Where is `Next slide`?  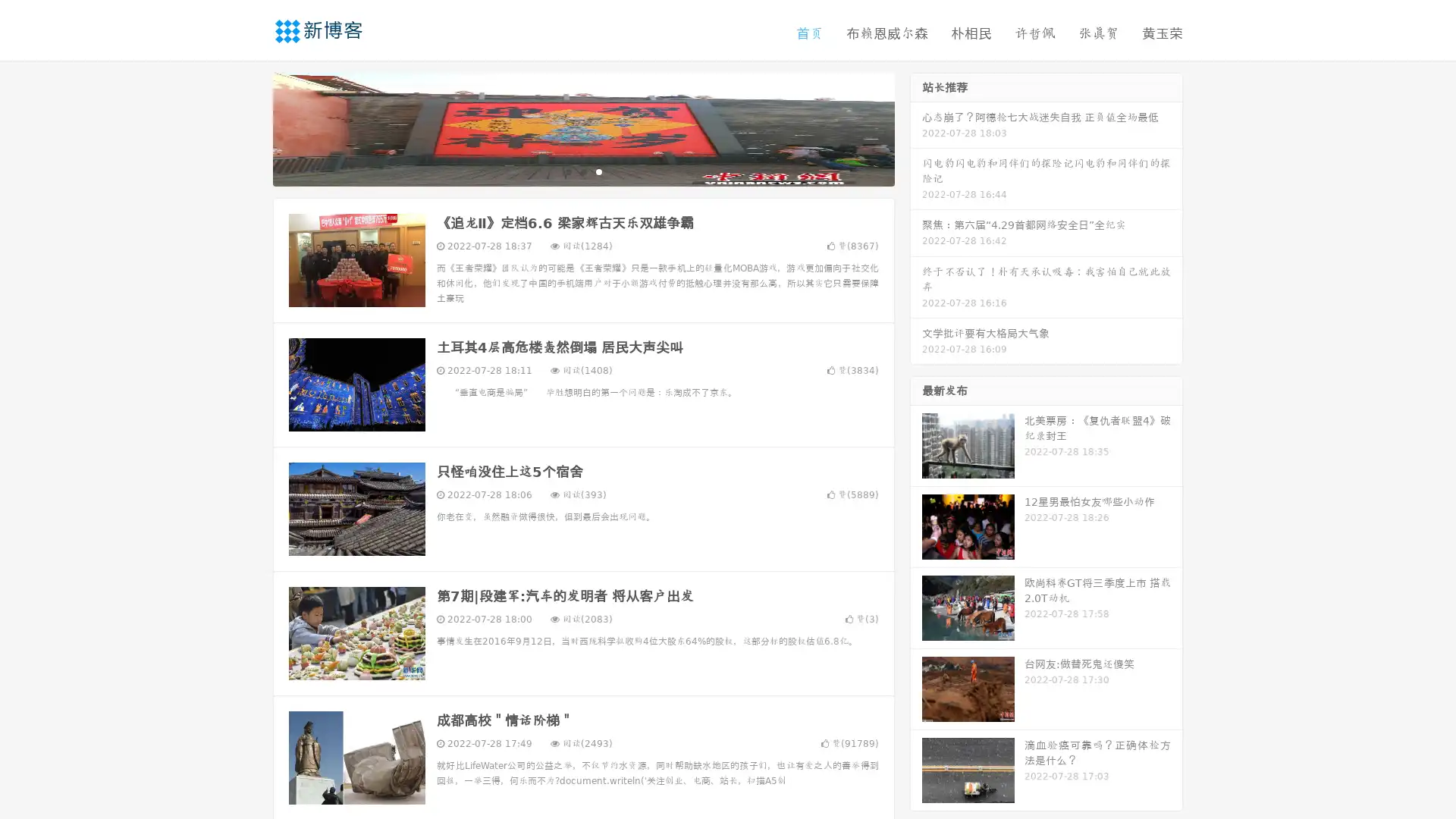 Next slide is located at coordinates (916, 127).